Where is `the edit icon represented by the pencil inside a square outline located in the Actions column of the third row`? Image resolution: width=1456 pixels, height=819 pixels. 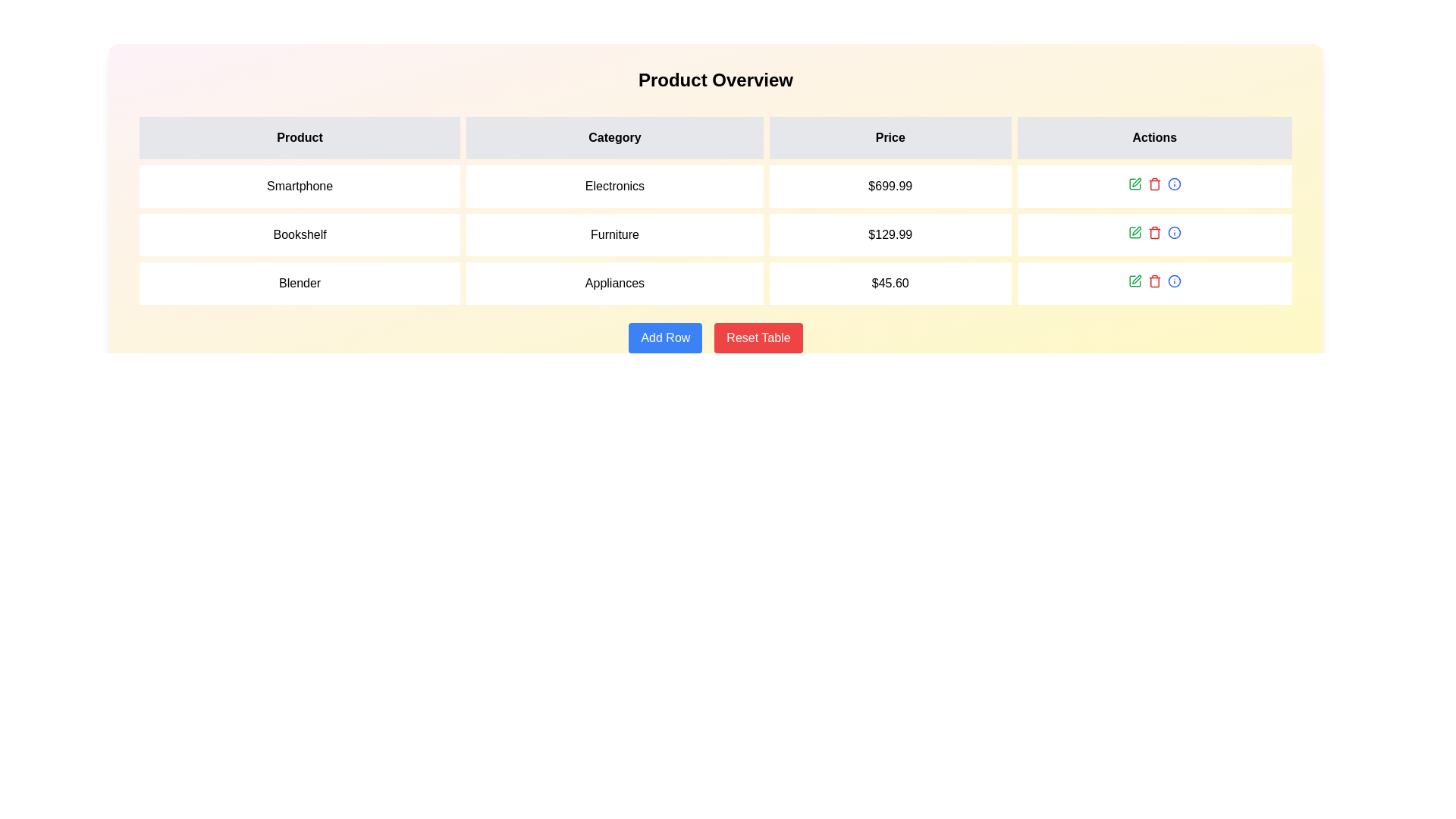
the edit icon represented by the pencil inside a square outline located in the Actions column of the third row is located at coordinates (1134, 281).